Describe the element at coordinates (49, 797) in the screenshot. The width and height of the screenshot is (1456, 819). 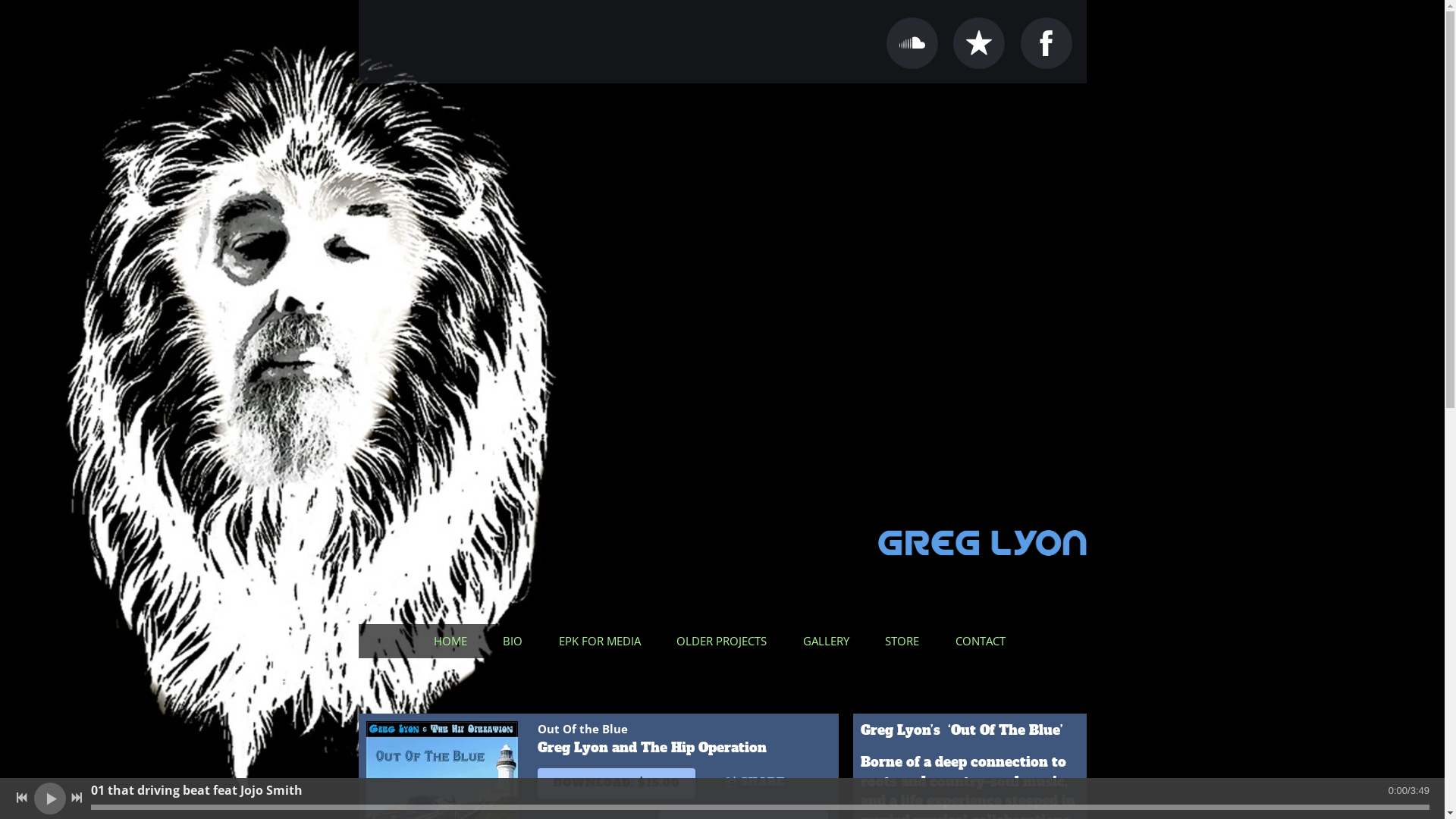
I see `'Play'` at that location.